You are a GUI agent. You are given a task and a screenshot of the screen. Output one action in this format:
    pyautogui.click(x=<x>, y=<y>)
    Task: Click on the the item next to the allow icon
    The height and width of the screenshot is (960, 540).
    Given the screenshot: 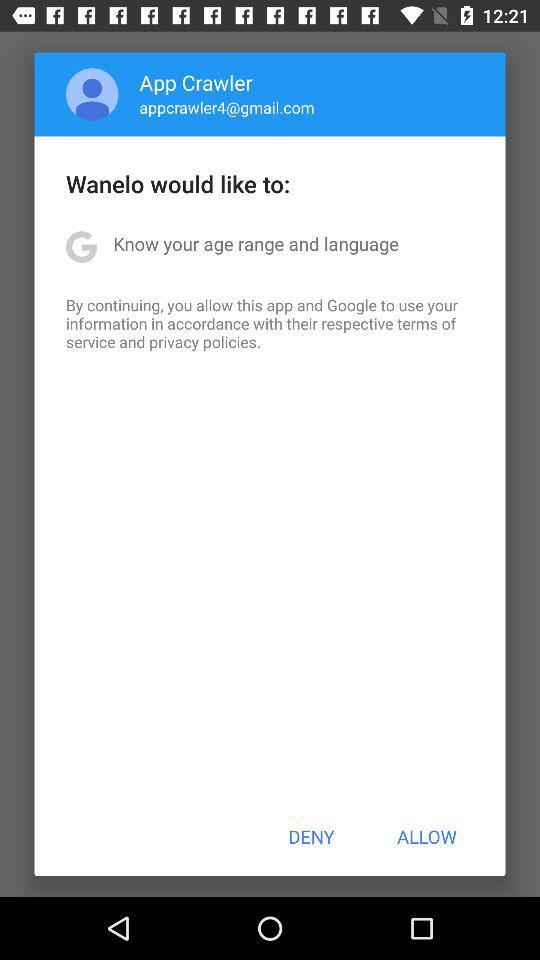 What is the action you would take?
    pyautogui.click(x=311, y=836)
    